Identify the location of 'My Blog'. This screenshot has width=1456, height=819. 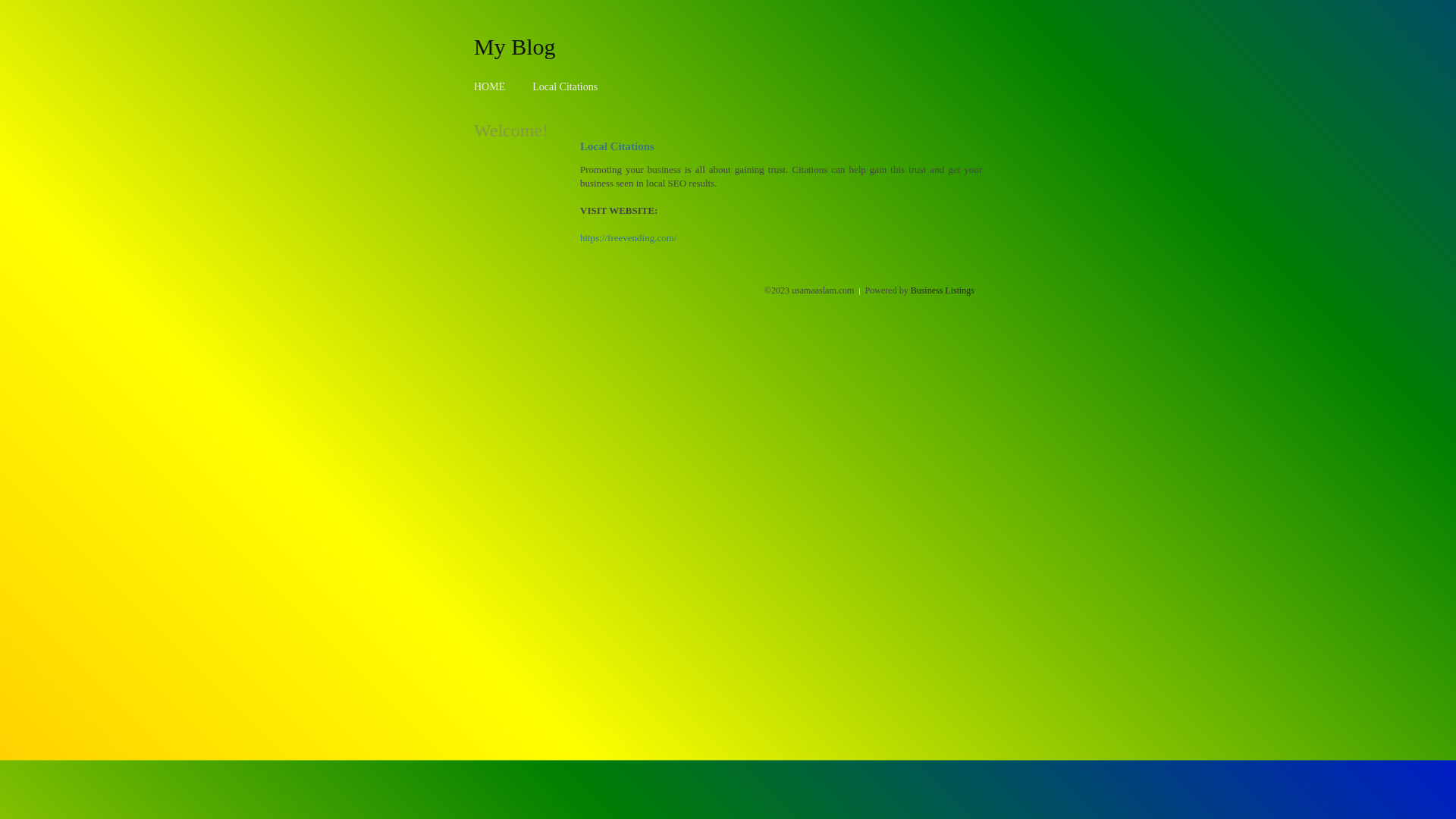
(472, 45).